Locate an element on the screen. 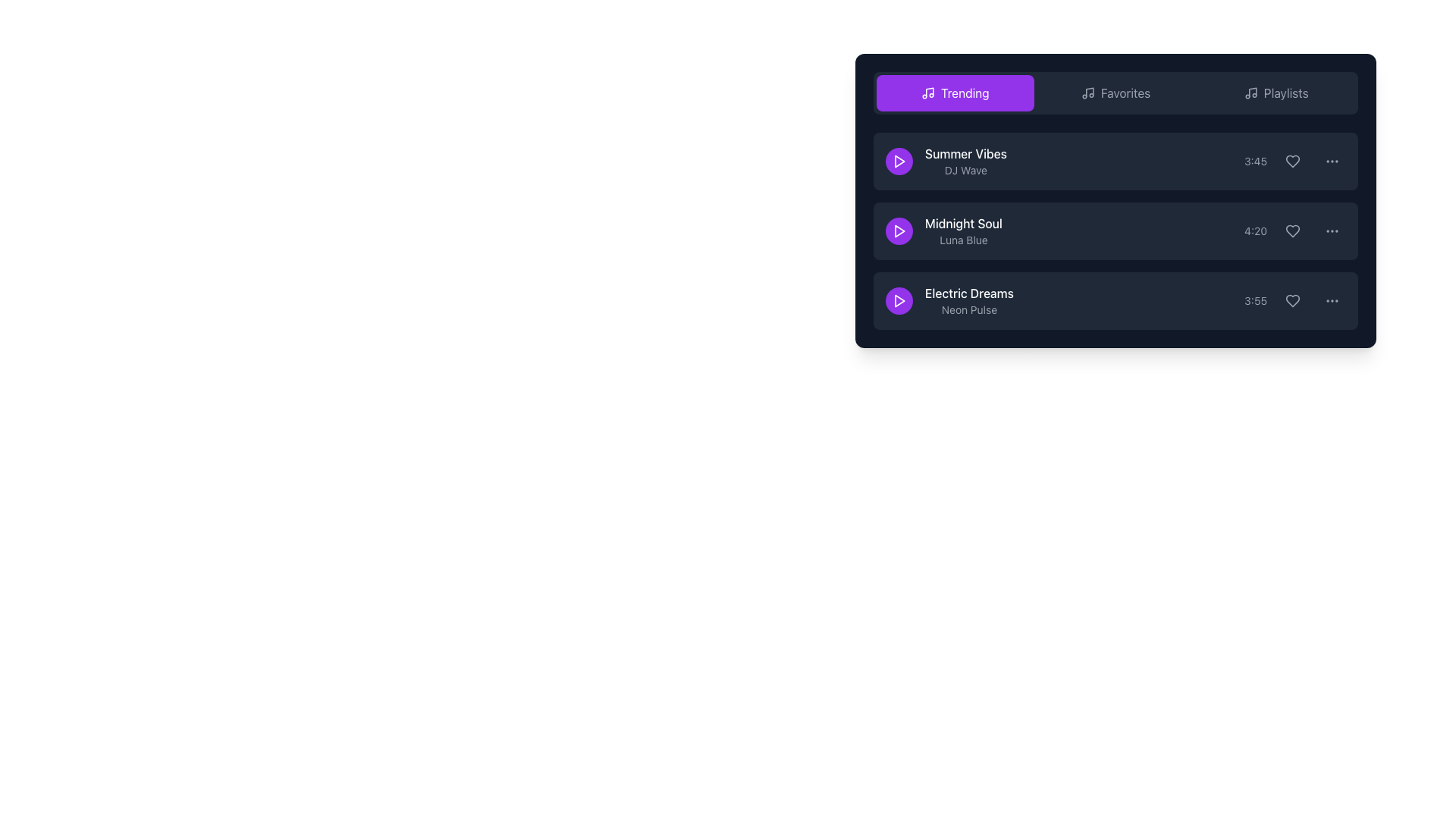 Image resolution: width=1456 pixels, height=819 pixels. the ellipsis icon located on the right side of the first list item is located at coordinates (1331, 161).